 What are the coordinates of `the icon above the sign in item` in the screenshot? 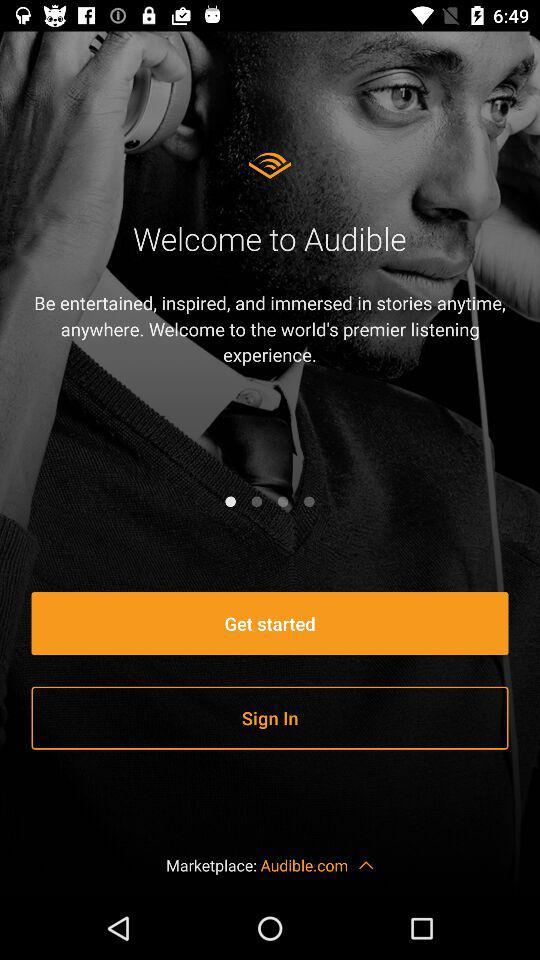 It's located at (270, 622).